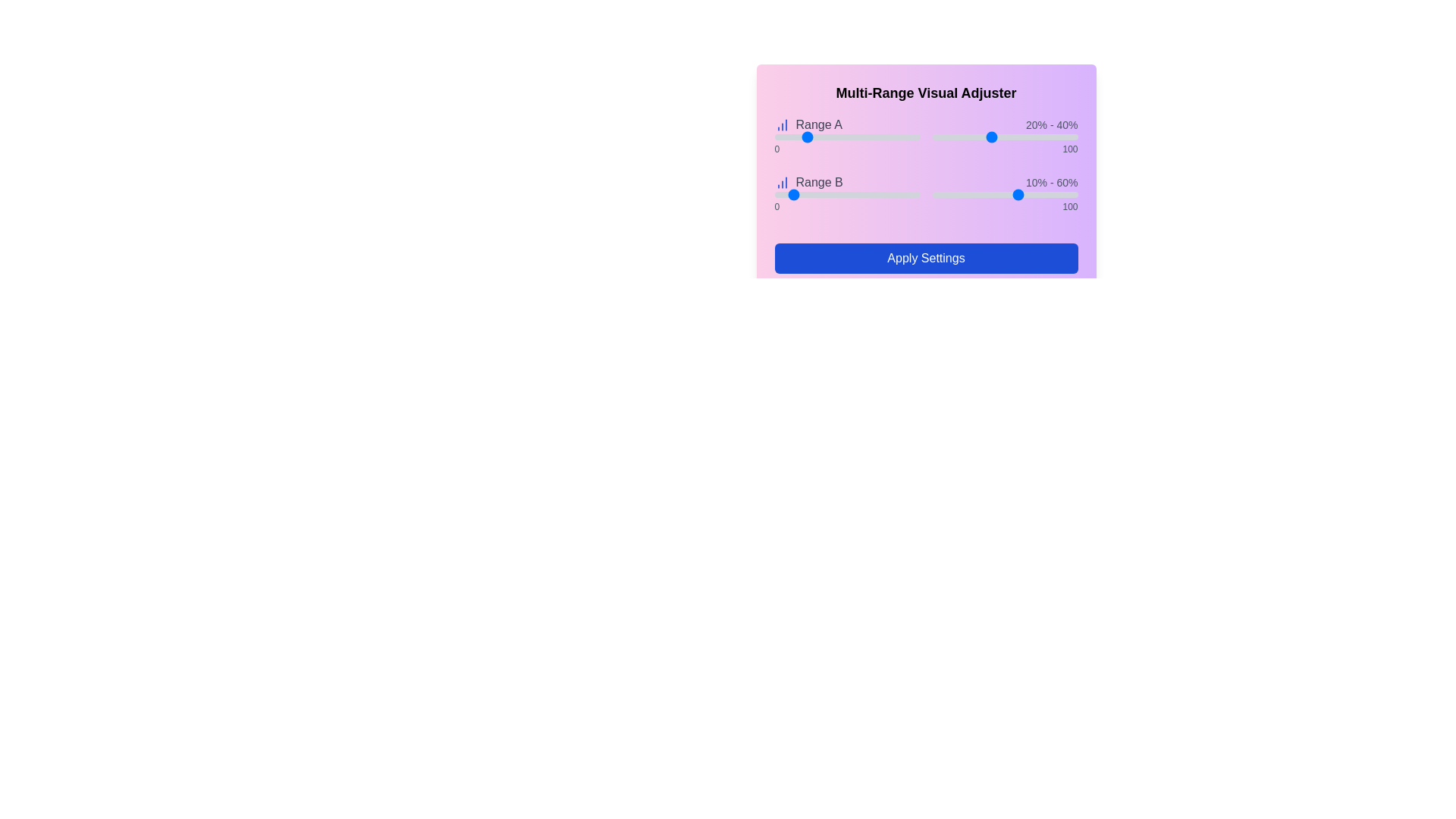  I want to click on the slider, so click(876, 137).